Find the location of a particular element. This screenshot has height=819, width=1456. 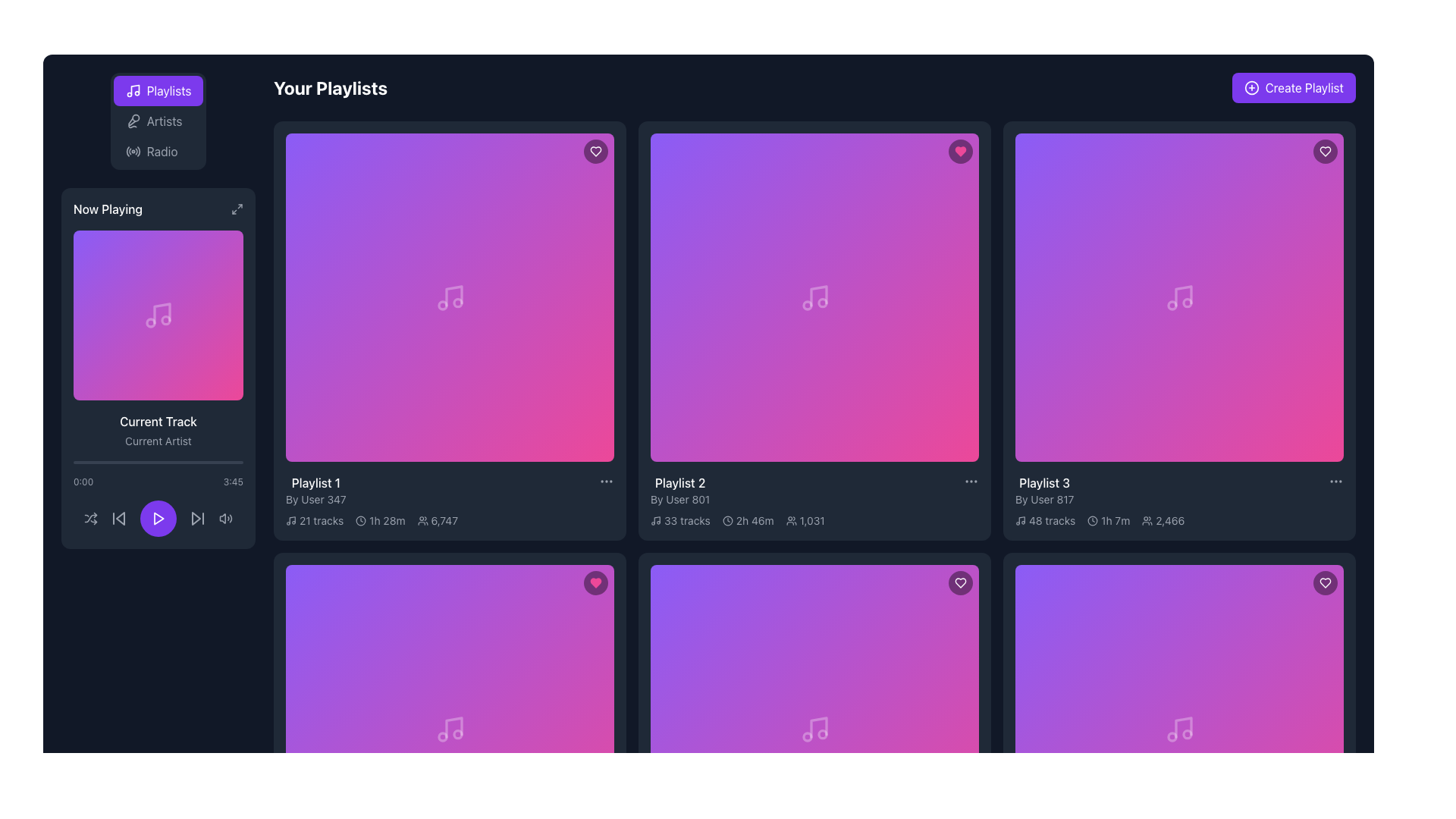

the circular violet button with a white play symbol located in the bottom-right playlist card is located at coordinates (1178, 728).